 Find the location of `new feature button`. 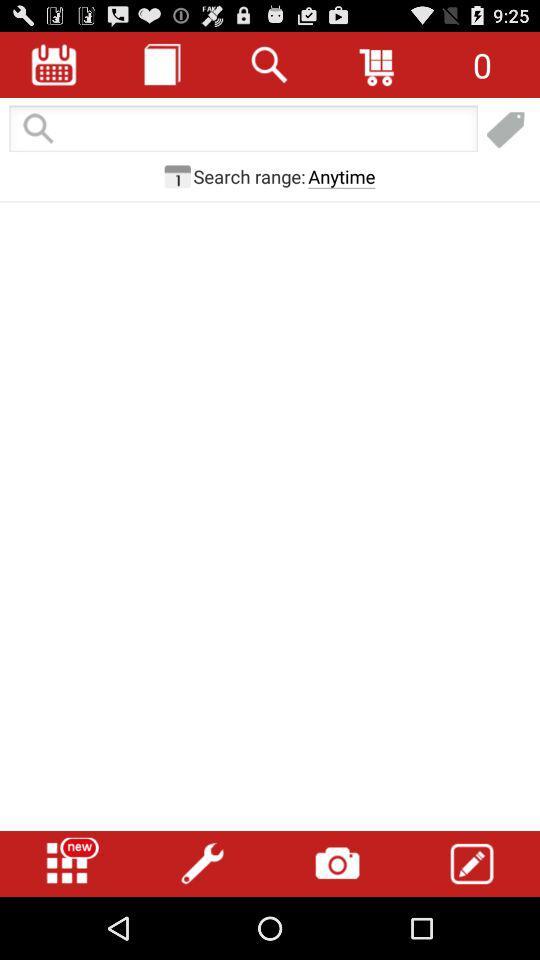

new feature button is located at coordinates (67, 863).